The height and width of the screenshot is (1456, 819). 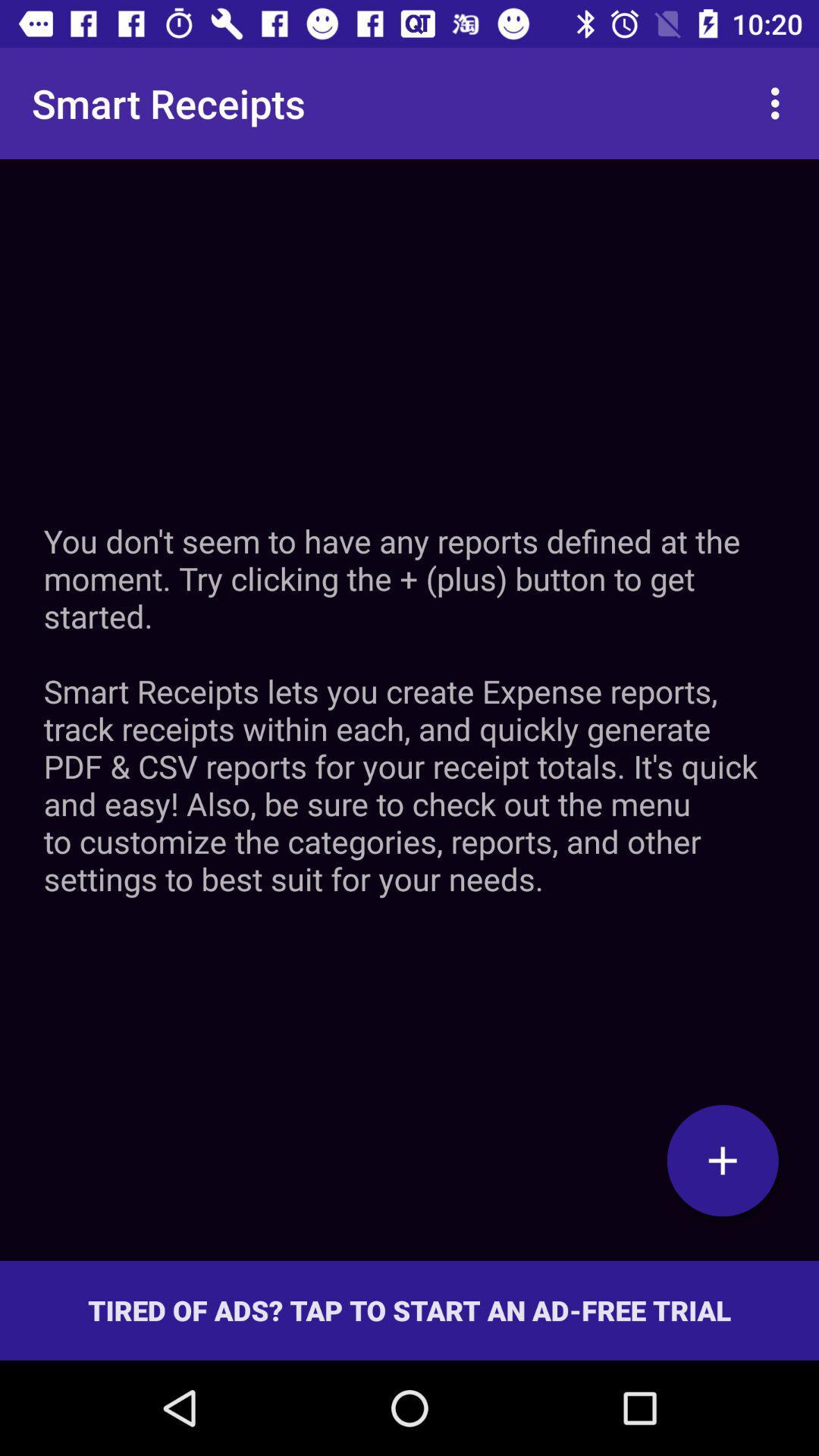 I want to click on the icon at the bottom right corner, so click(x=722, y=1159).